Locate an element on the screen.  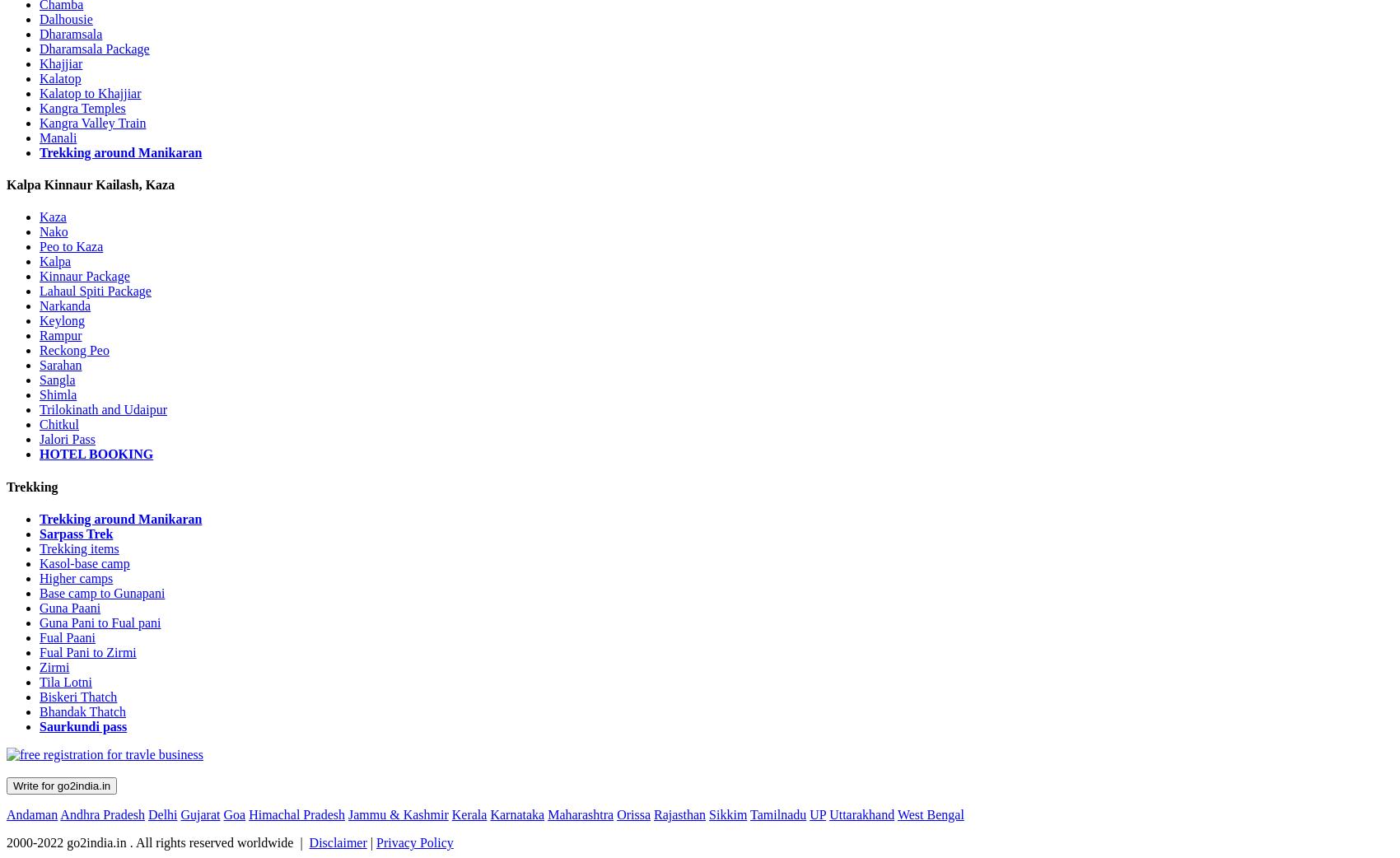
'Sikkim' is located at coordinates (728, 814).